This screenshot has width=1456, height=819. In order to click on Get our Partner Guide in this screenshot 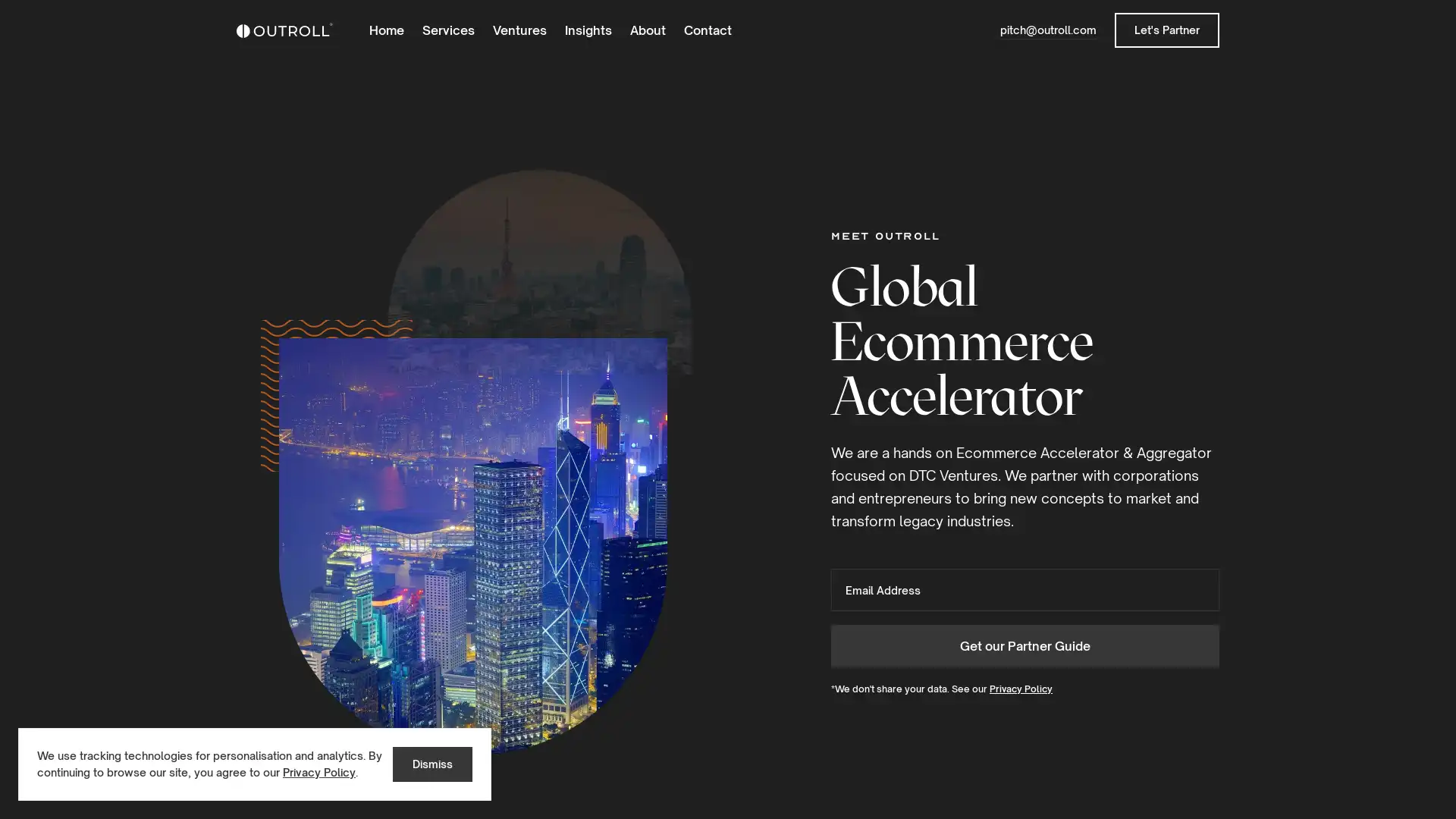, I will do `click(1025, 646)`.